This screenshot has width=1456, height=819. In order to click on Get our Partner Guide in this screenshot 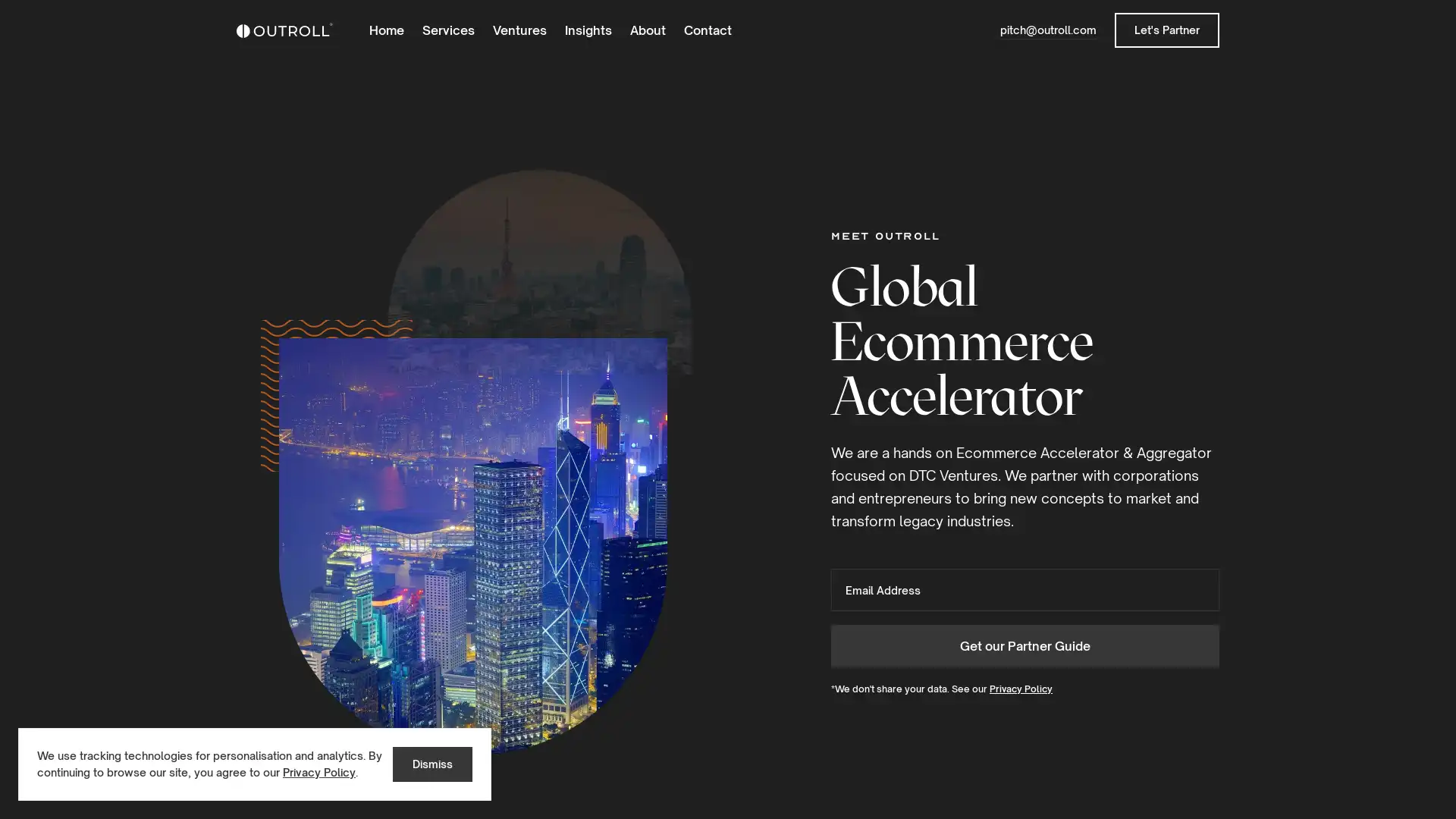, I will do `click(1025, 646)`.